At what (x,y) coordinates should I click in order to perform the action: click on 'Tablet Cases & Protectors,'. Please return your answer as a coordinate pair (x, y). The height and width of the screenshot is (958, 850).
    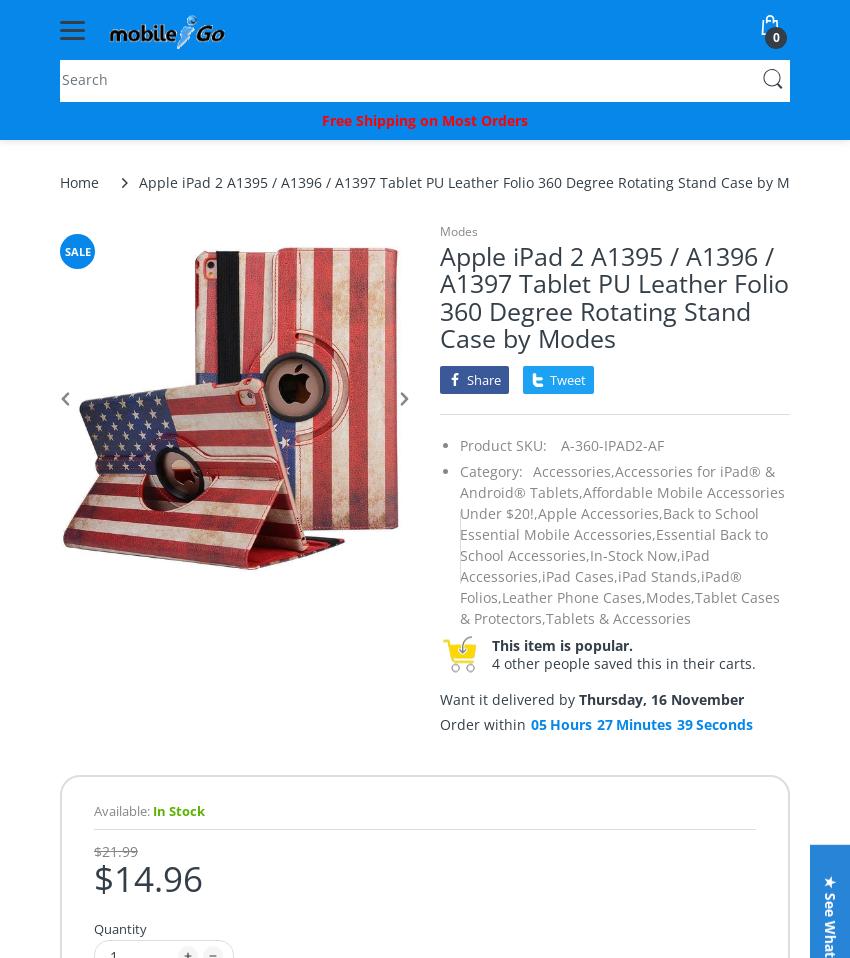
    Looking at the image, I should click on (618, 606).